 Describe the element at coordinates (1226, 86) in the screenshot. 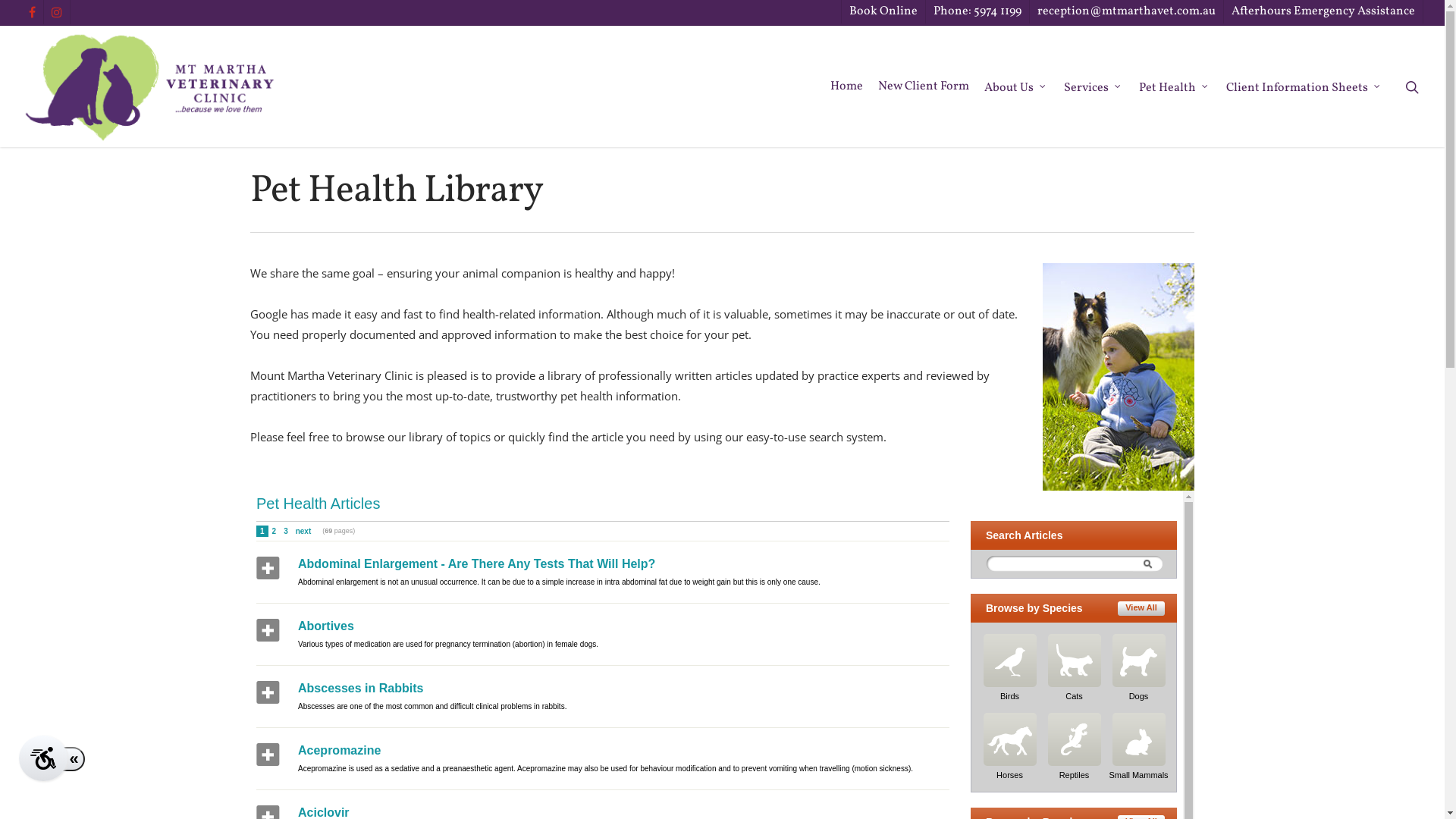

I see `'Client Information Sheets'` at that location.